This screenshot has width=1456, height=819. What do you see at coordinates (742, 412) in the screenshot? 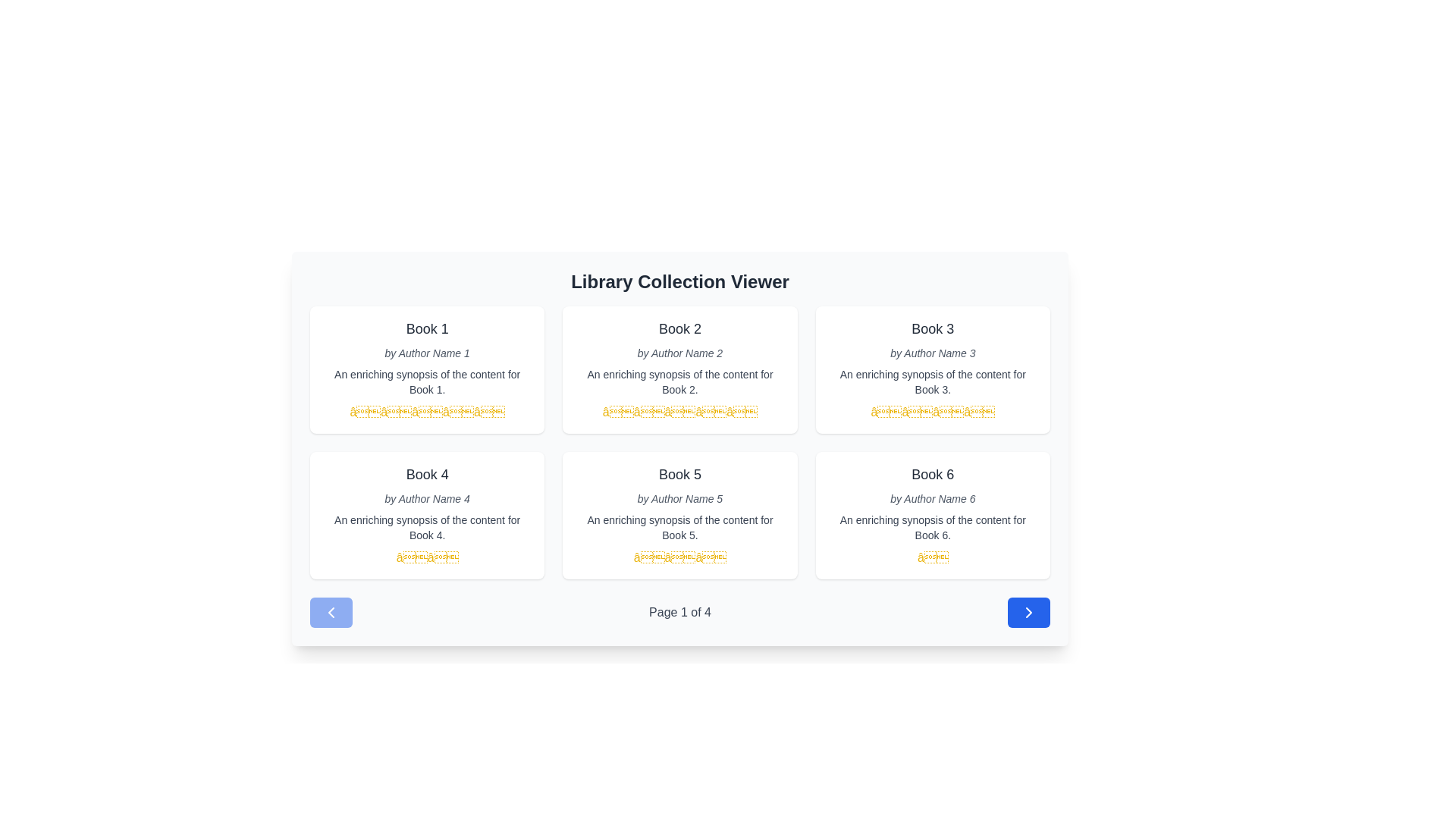
I see `visual representation of the last yellow star in the row of five stars below the 'Book 2' section in the library collection` at bounding box center [742, 412].